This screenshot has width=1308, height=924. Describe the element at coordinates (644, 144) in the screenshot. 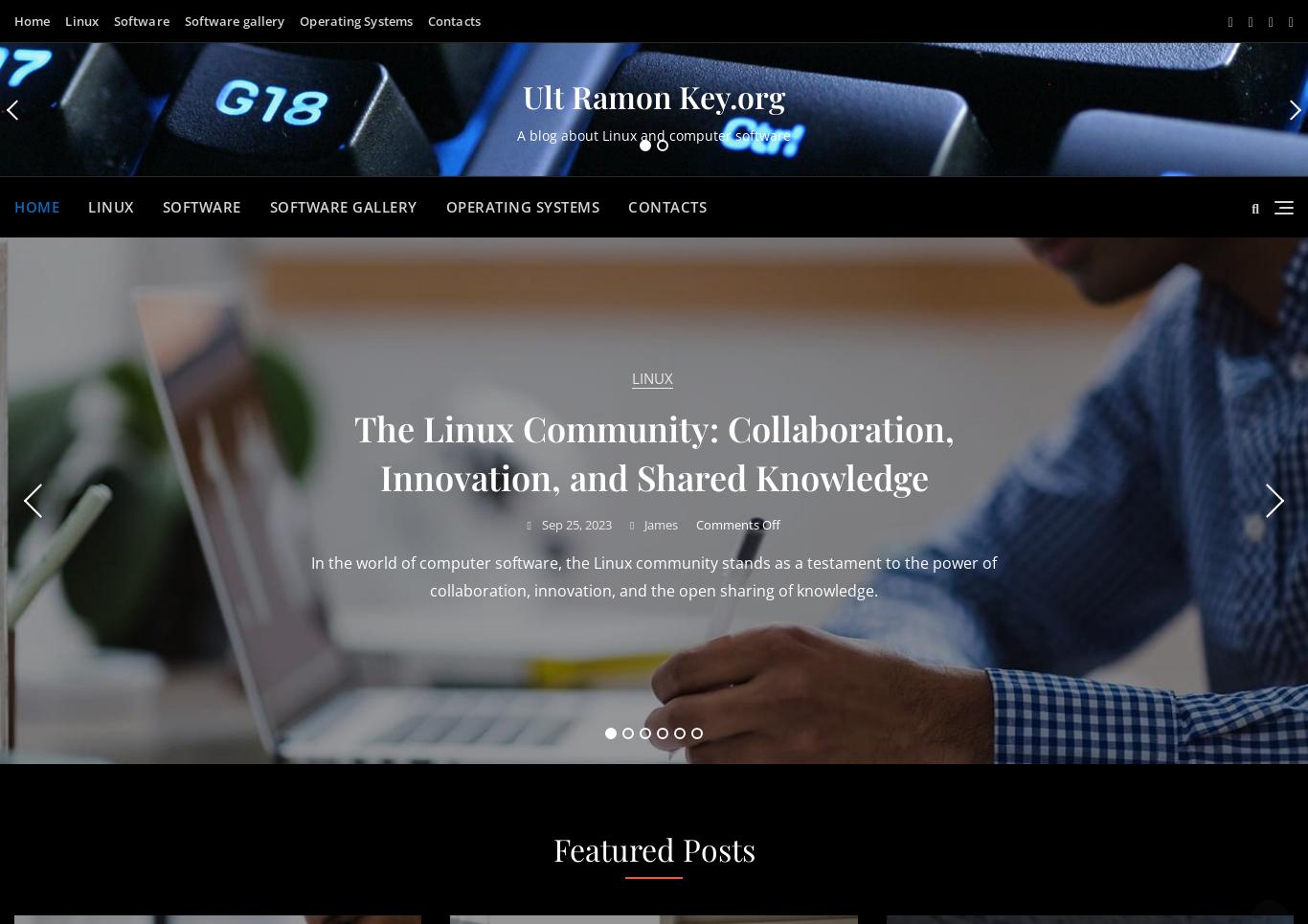

I see `'1'` at that location.